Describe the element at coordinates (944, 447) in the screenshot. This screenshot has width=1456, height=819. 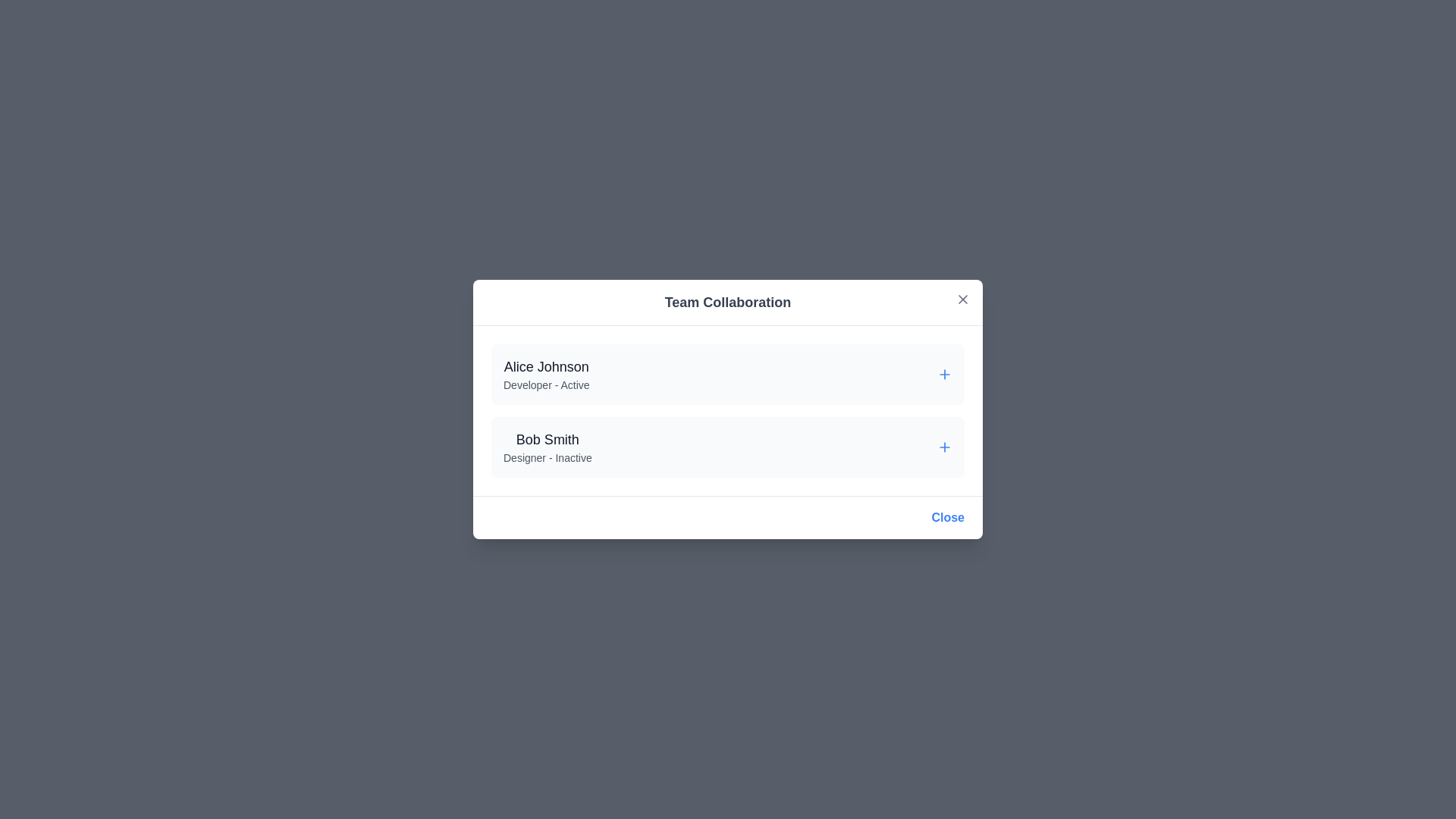
I see `'+' button next to 'Bob Smith' to view details` at that location.